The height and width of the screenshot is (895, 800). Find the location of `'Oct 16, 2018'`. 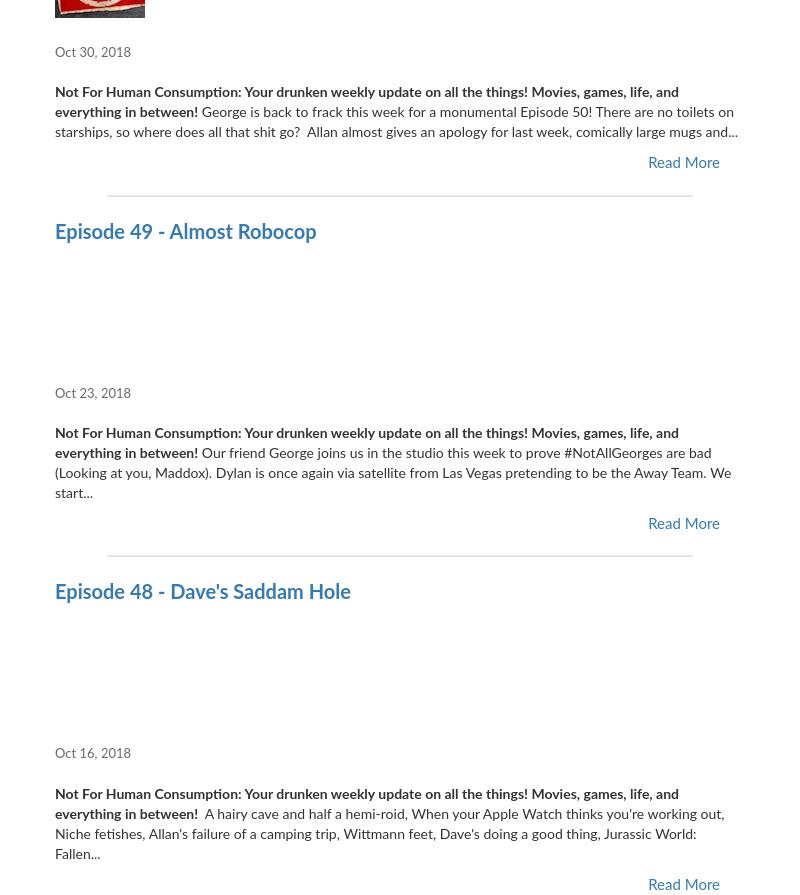

'Oct 16, 2018' is located at coordinates (93, 753).